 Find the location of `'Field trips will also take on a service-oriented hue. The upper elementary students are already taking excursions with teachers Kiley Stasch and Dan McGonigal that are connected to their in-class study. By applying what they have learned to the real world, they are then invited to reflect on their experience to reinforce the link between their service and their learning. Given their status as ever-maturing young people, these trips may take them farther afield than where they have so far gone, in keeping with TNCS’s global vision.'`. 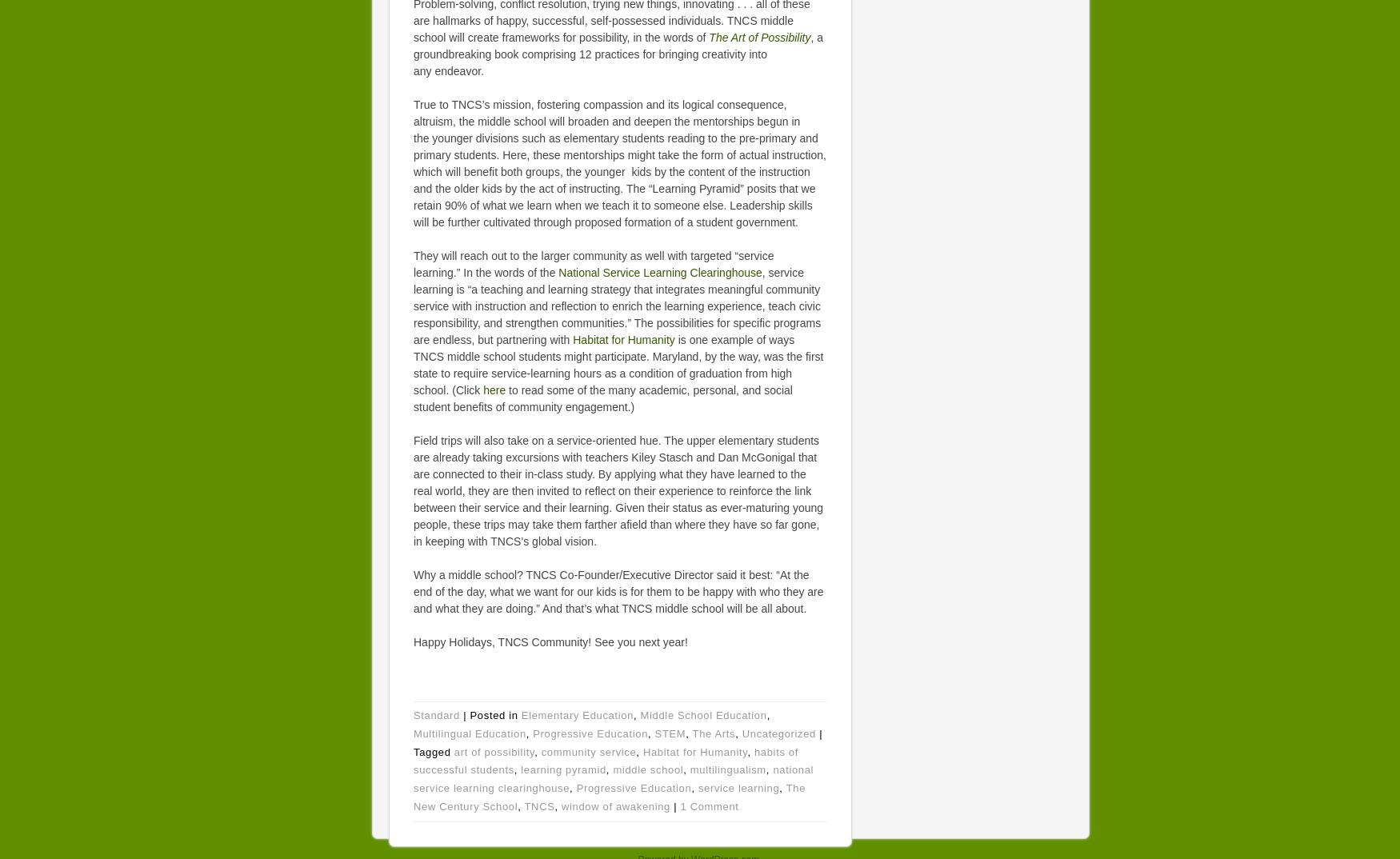

'Field trips will also take on a service-oriented hue. The upper elementary students are already taking excursions with teachers Kiley Stasch and Dan McGonigal that are connected to their in-class study. By applying what they have learned to the real world, they are then invited to reflect on their experience to reinforce the link between their service and their learning. Given their status as ever-maturing young people, these trips may take them farther afield than where they have so far gone, in keeping with TNCS’s global vision.' is located at coordinates (617, 491).